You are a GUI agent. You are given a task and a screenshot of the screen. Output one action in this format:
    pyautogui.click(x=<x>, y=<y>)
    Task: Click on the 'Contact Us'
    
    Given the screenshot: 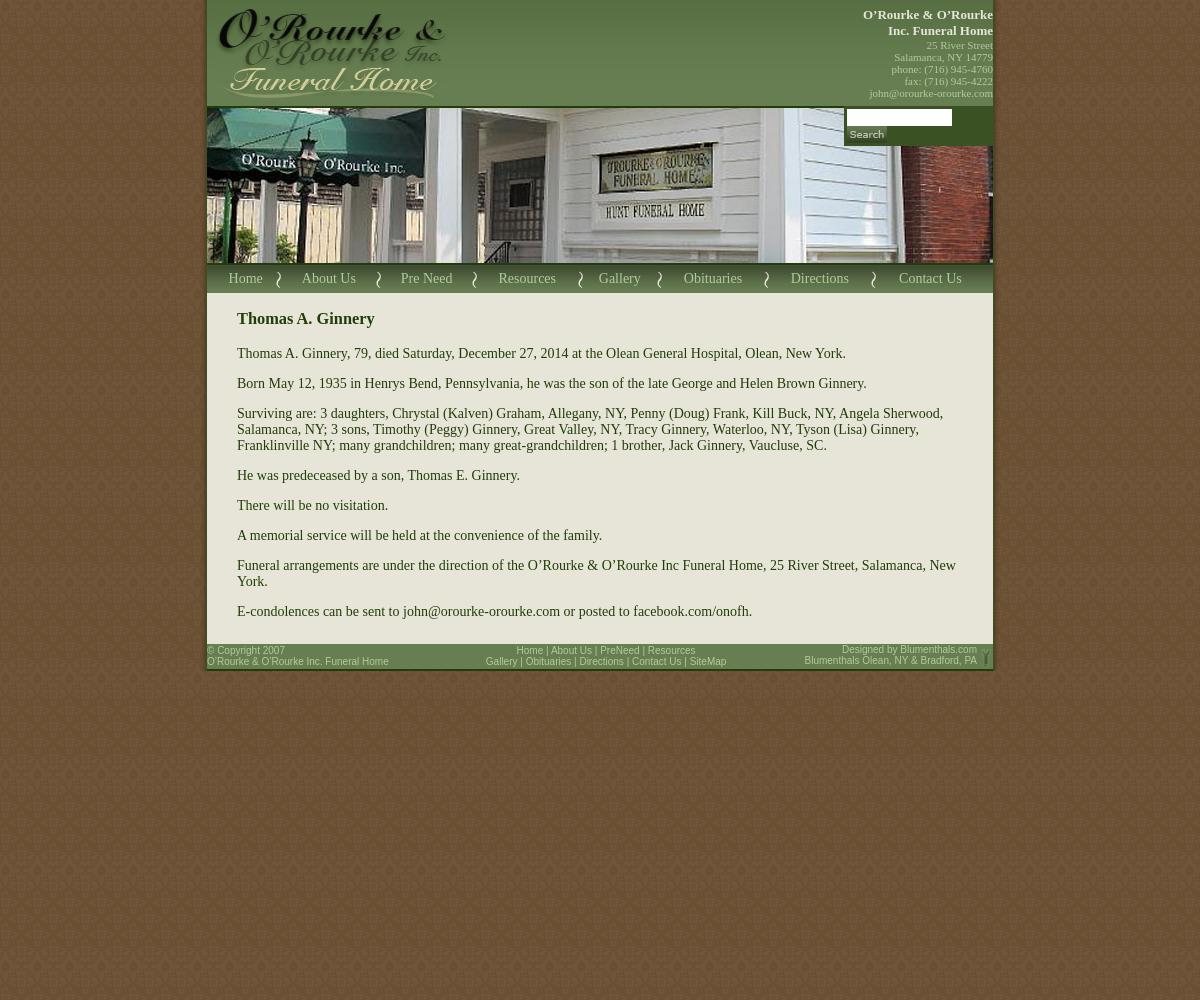 What is the action you would take?
    pyautogui.click(x=930, y=277)
    